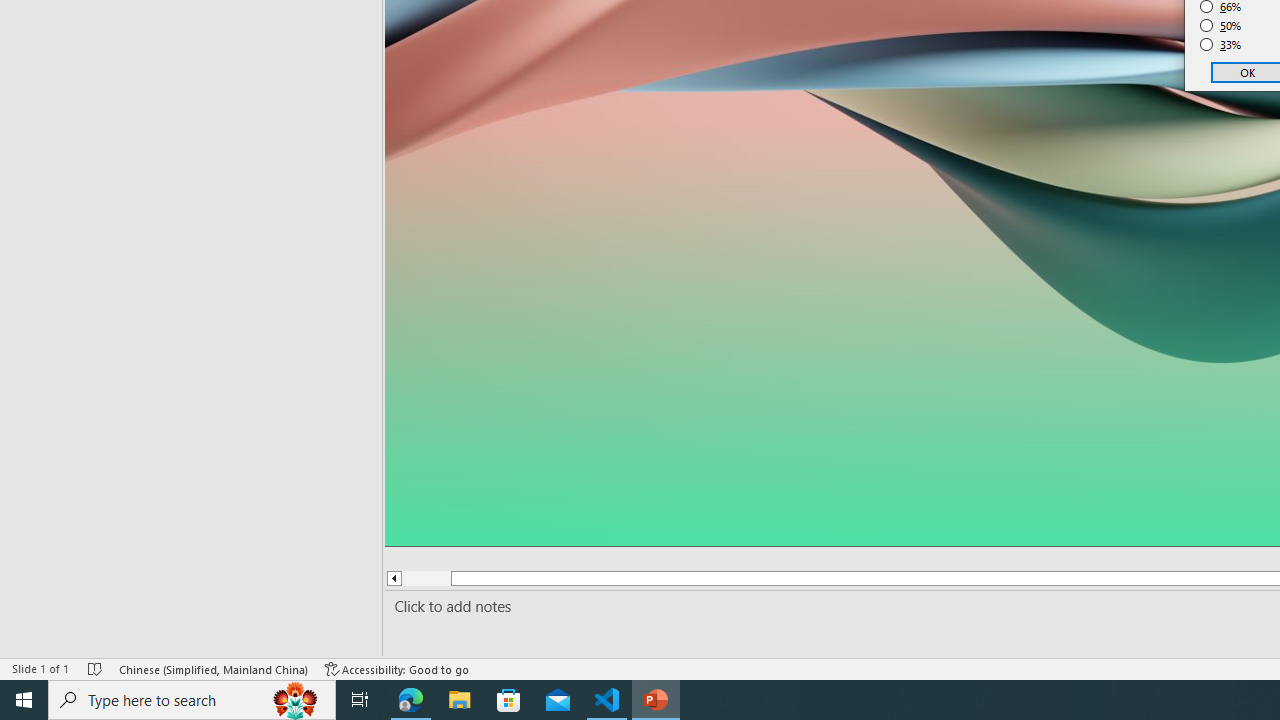  What do you see at coordinates (24, 698) in the screenshot?
I see `'Start'` at bounding box center [24, 698].